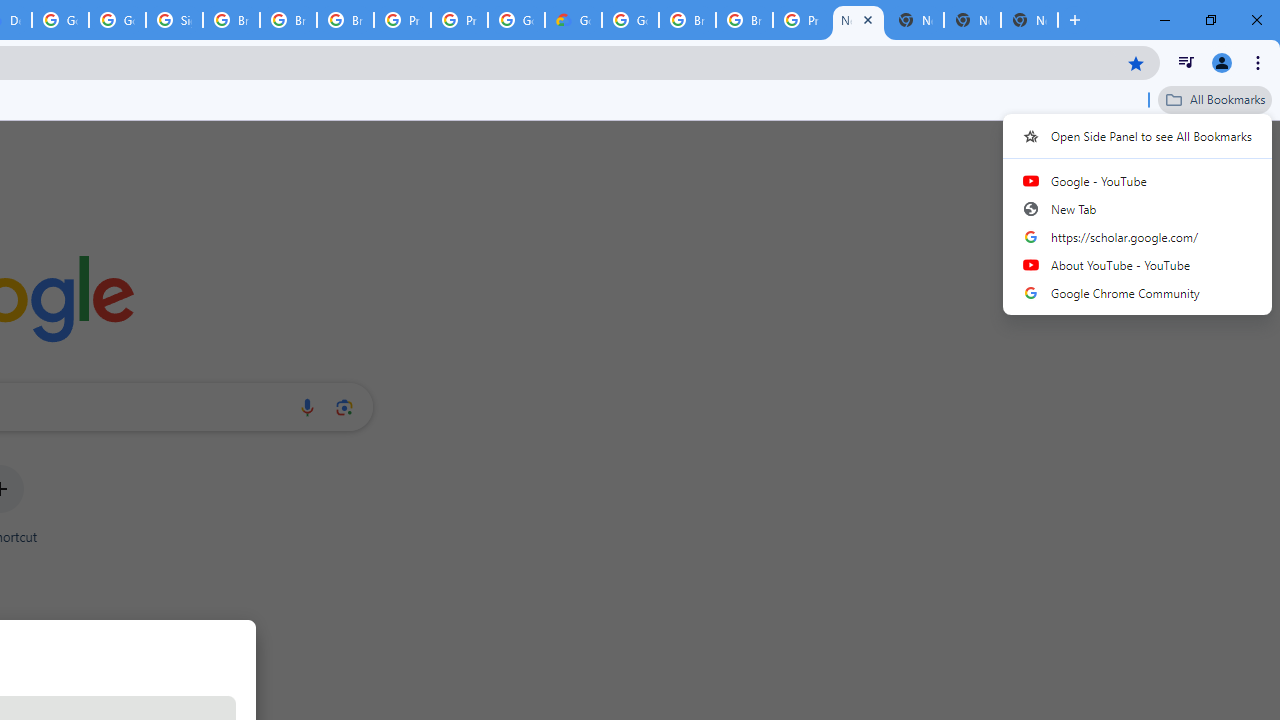  I want to click on 'Control your music, videos, and more', so click(1185, 61).